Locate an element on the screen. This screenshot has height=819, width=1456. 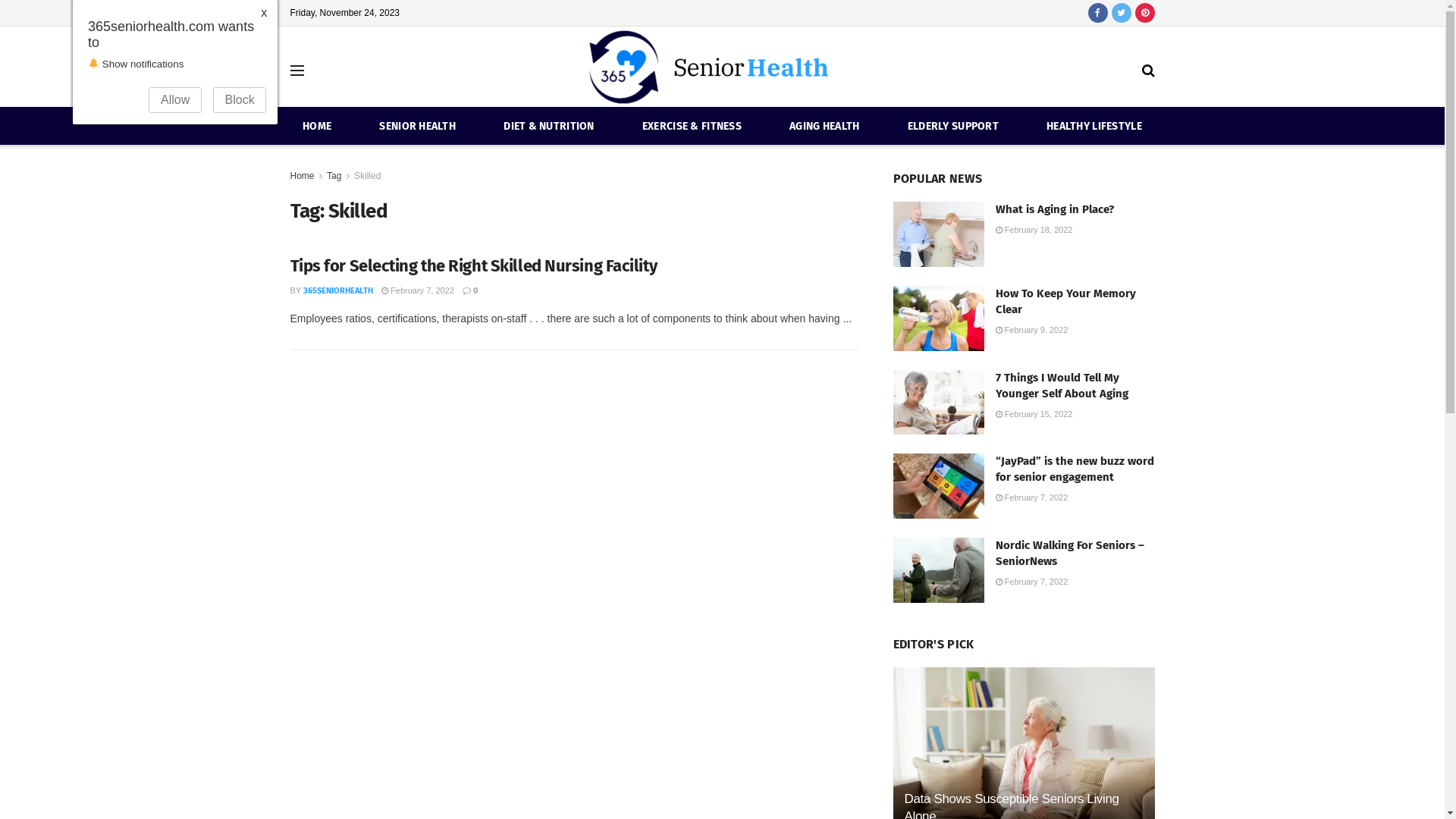
'Tag' is located at coordinates (333, 174).